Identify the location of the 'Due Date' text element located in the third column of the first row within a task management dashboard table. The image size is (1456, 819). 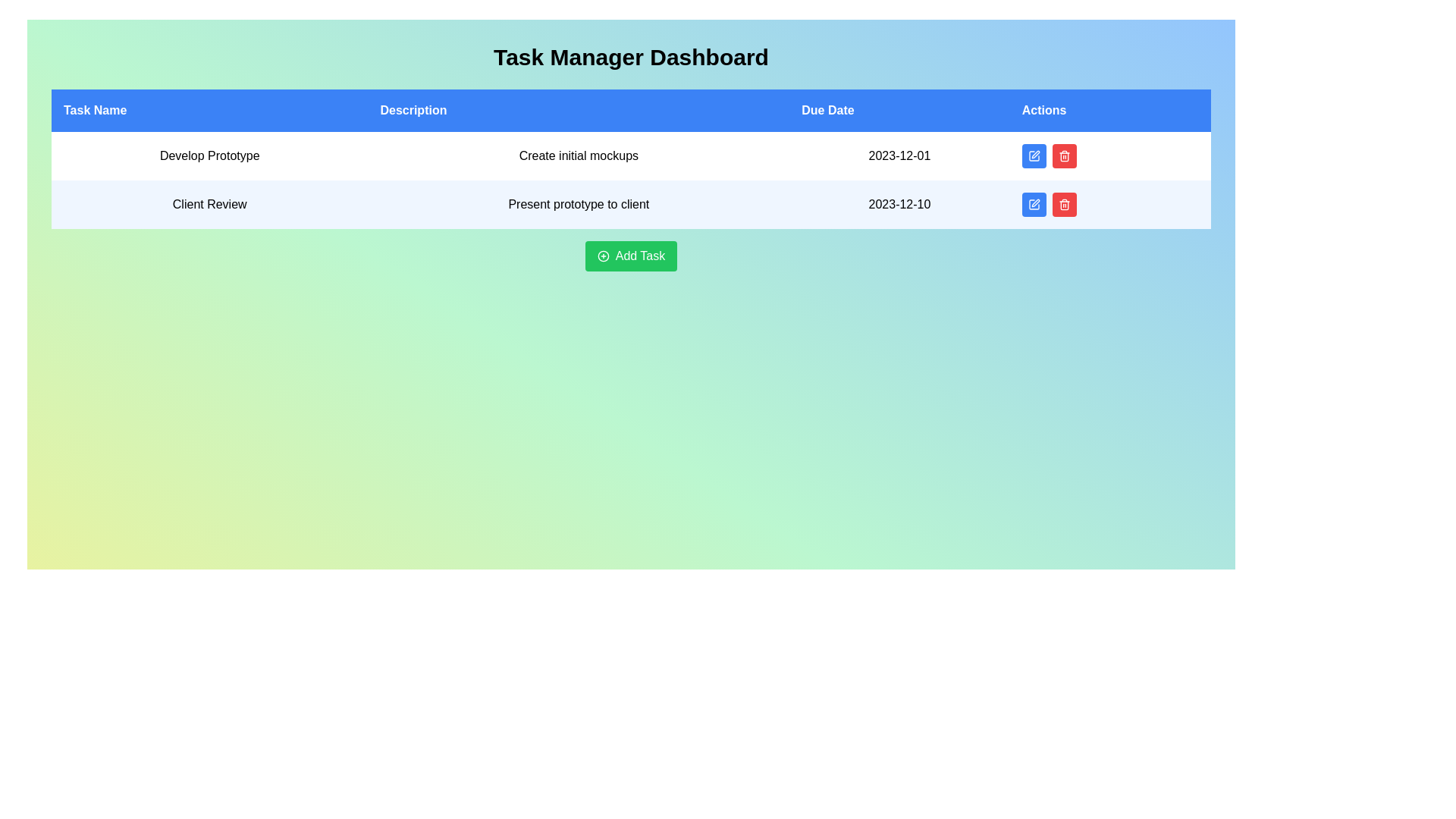
(899, 155).